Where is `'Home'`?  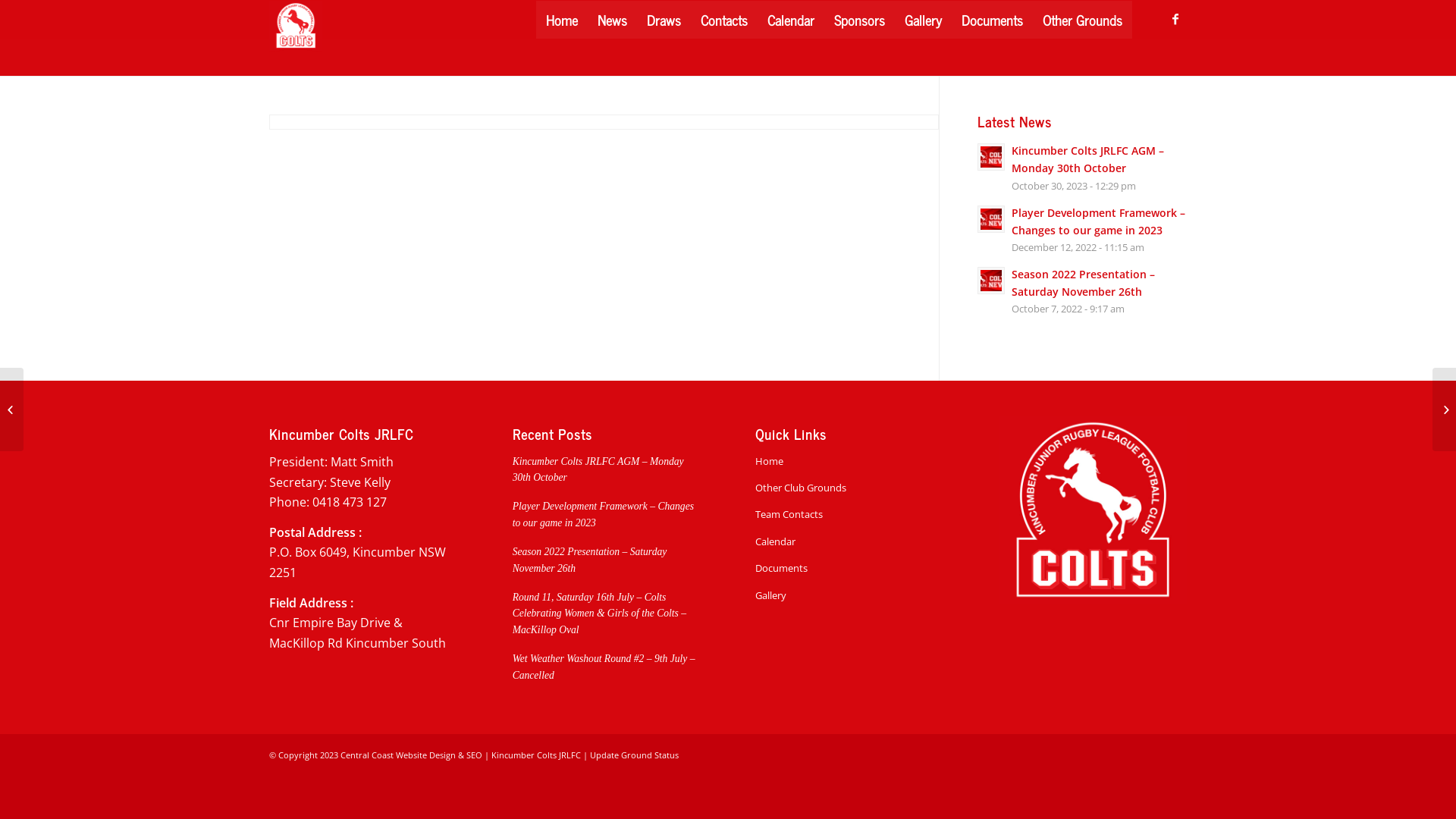
'Home' is located at coordinates (560, 20).